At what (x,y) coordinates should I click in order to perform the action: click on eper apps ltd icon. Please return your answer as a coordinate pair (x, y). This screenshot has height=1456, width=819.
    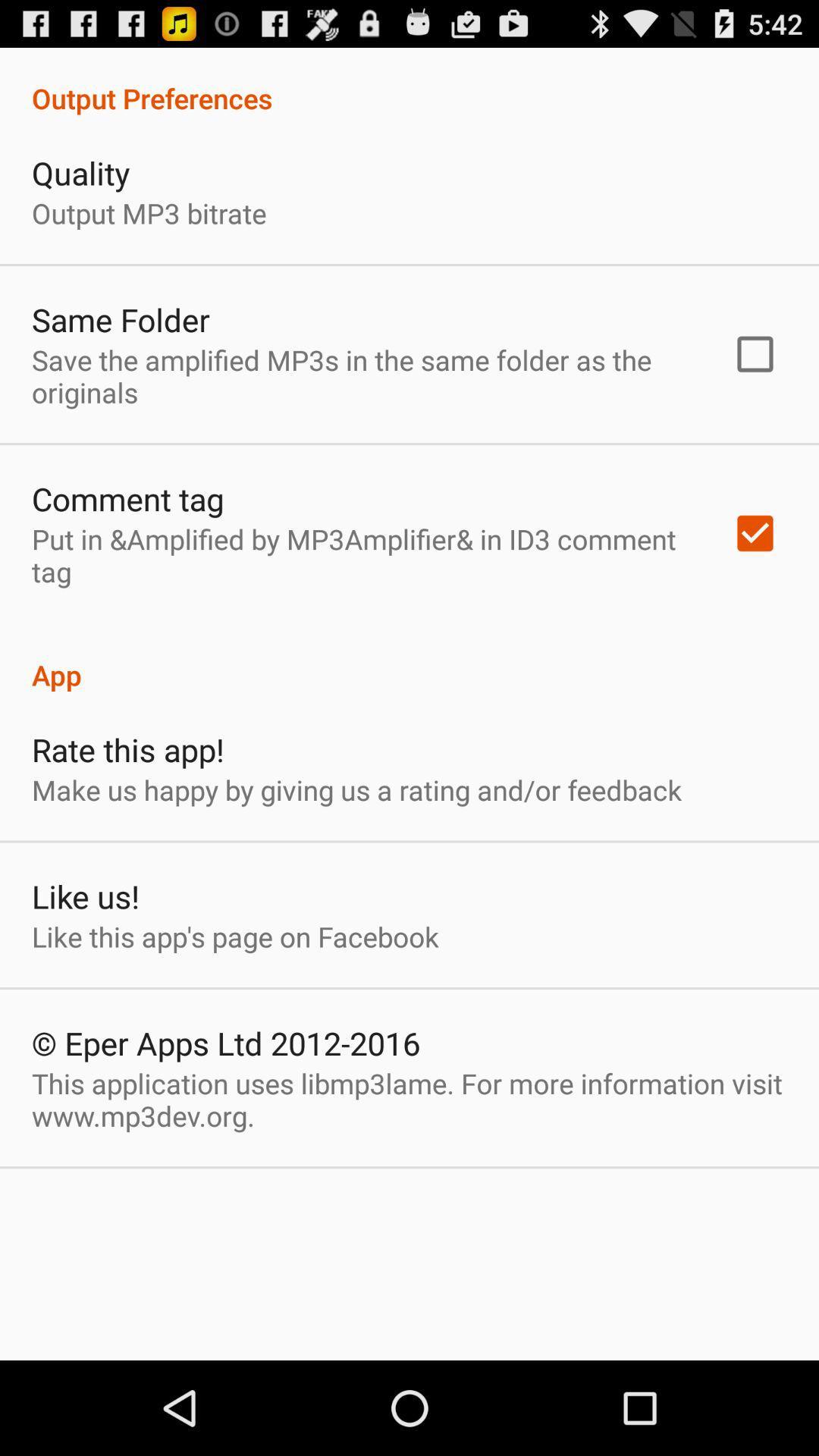
    Looking at the image, I should click on (226, 1042).